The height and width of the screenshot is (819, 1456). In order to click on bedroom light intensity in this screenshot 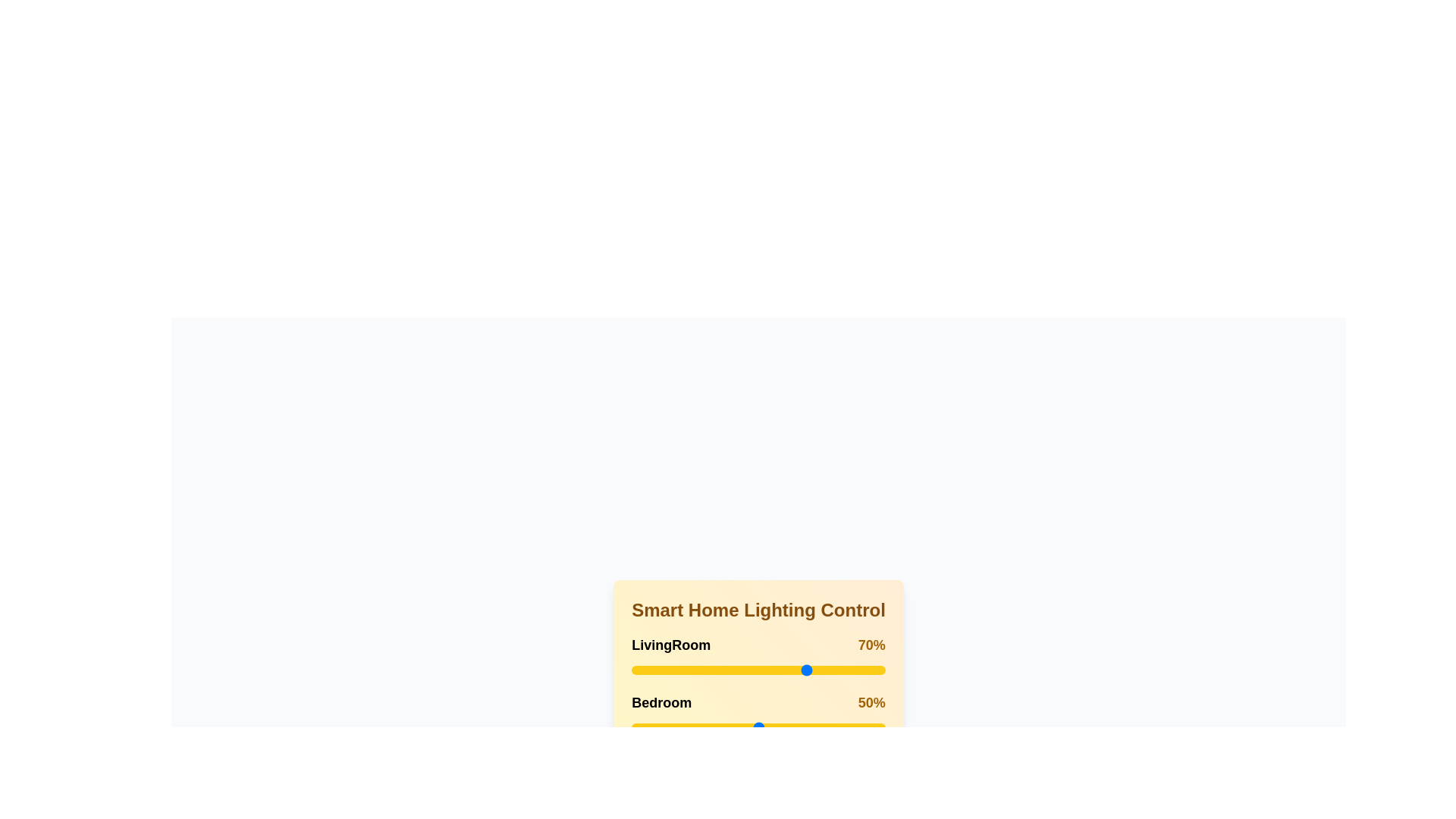, I will do `click(831, 727)`.